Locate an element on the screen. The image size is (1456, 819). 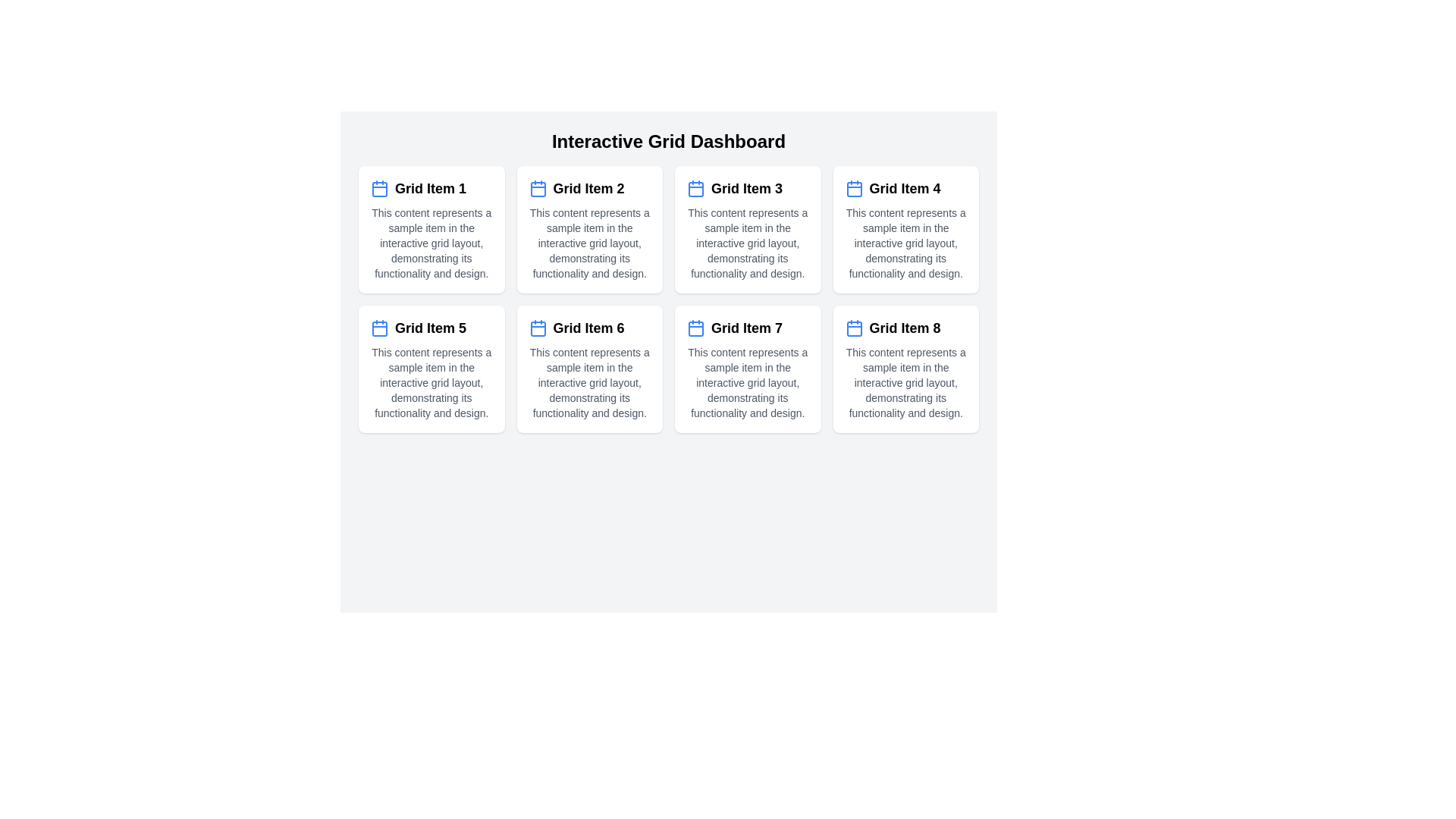
the decorative icon representing 'Grid Item 6', which suggests a calendar or date-related context is located at coordinates (538, 327).